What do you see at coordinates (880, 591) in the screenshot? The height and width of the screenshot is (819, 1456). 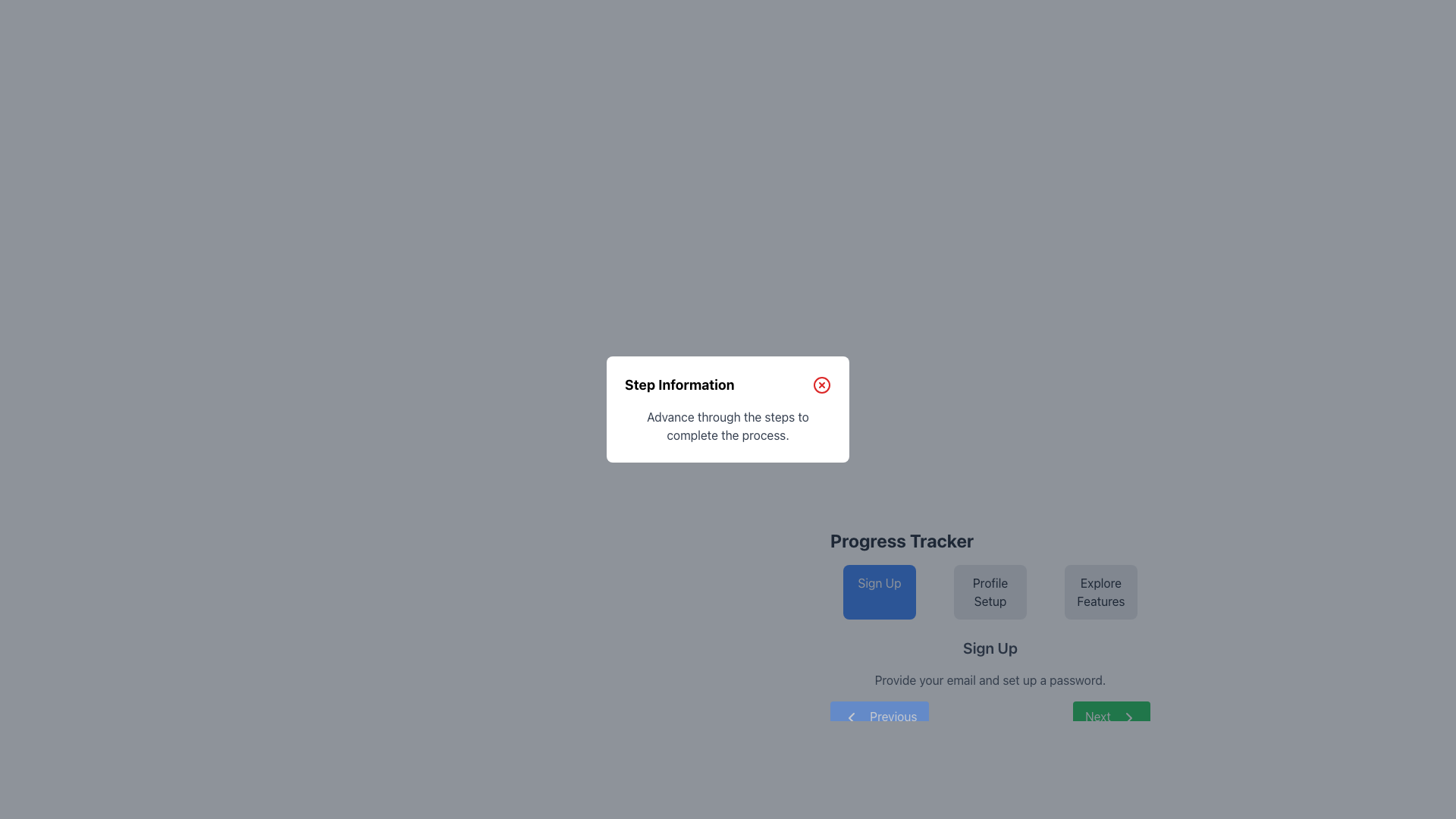 I see `the 'Sign Up' button, which is a rectangular button with rounded corners and white text on a blue background, to initiate the signup process` at bounding box center [880, 591].